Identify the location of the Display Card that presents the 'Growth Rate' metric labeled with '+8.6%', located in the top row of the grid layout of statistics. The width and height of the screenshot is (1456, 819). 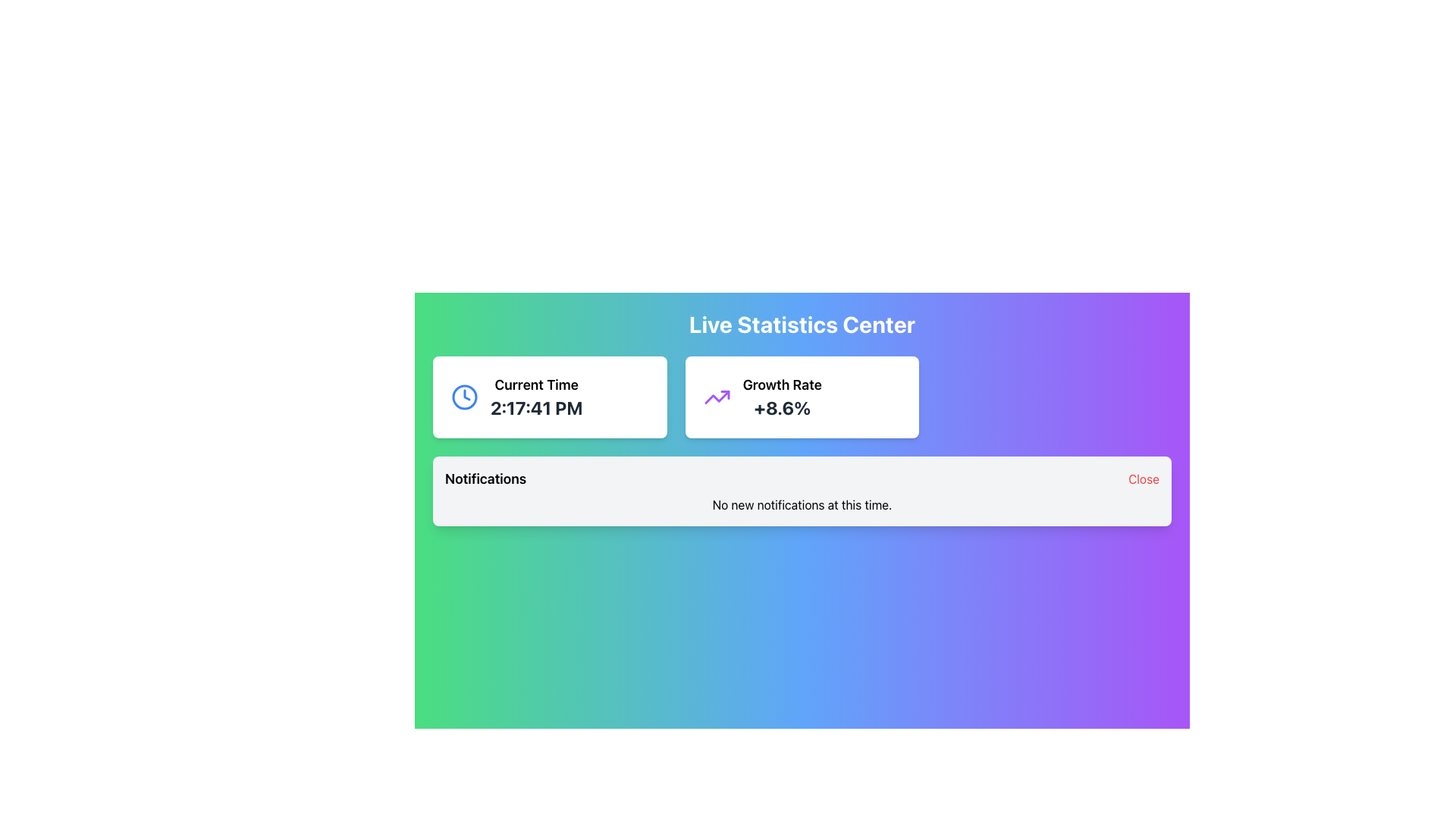
(801, 397).